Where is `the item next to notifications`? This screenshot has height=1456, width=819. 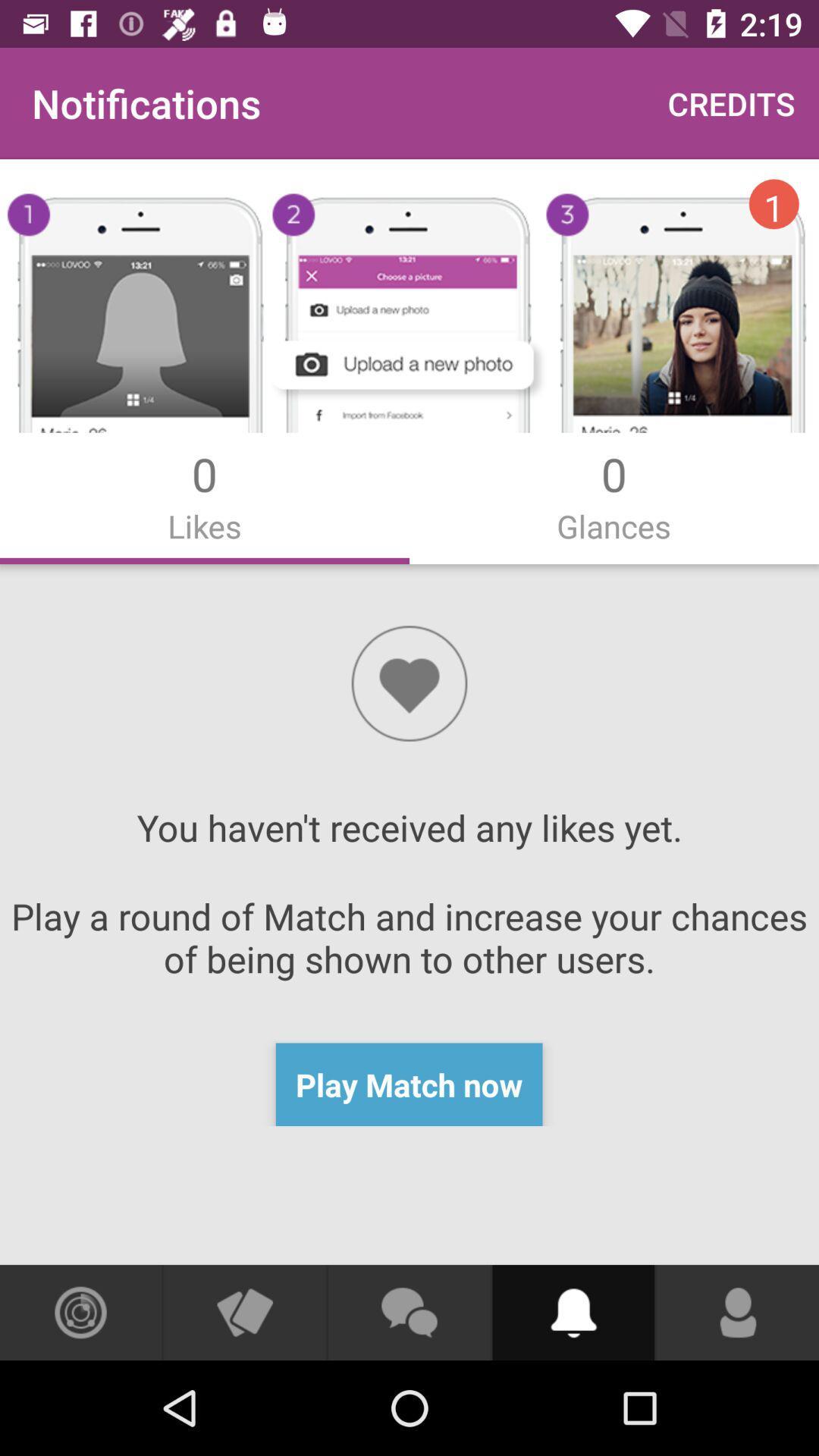 the item next to notifications is located at coordinates (730, 102).